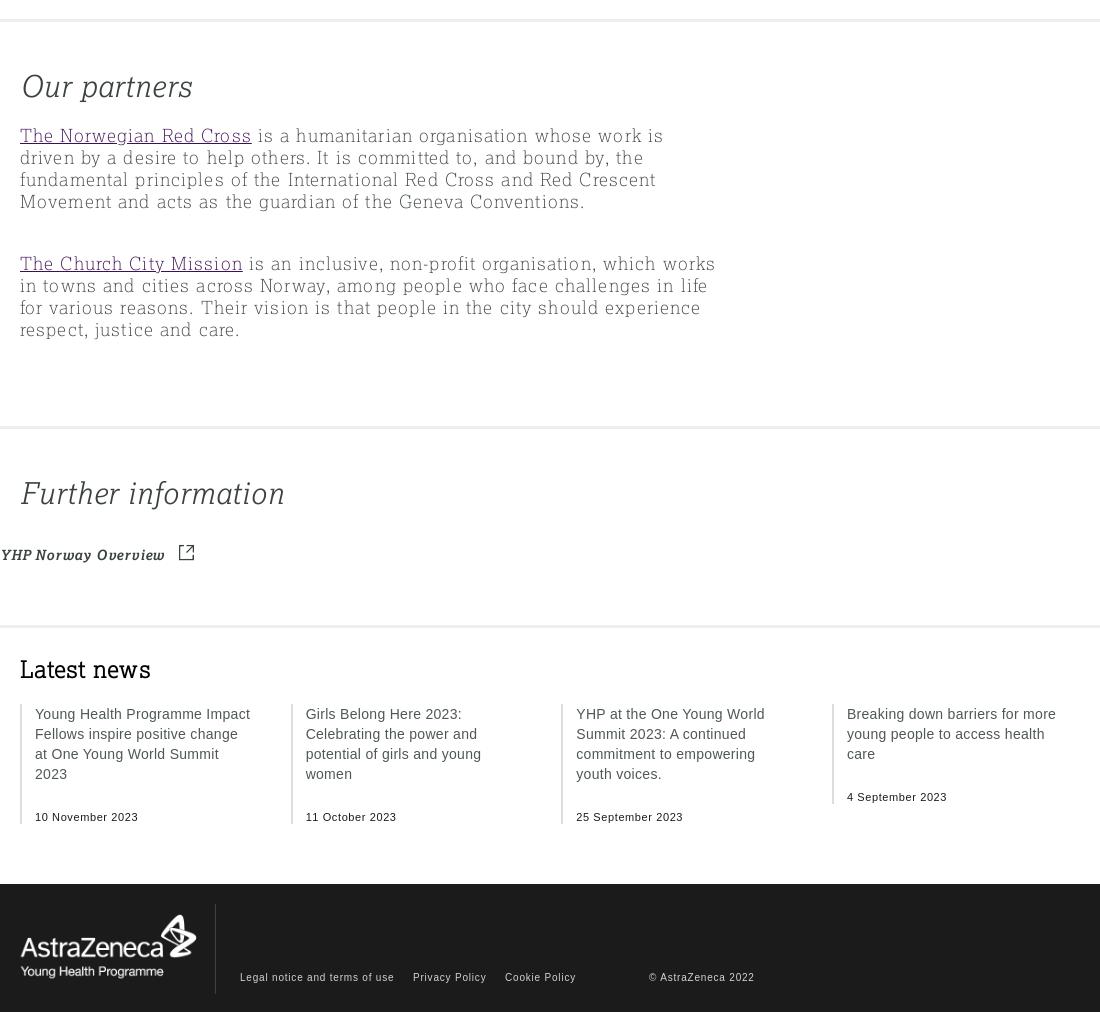  Describe the element at coordinates (135, 135) in the screenshot. I see `'The Norwegian Red Cross'` at that location.